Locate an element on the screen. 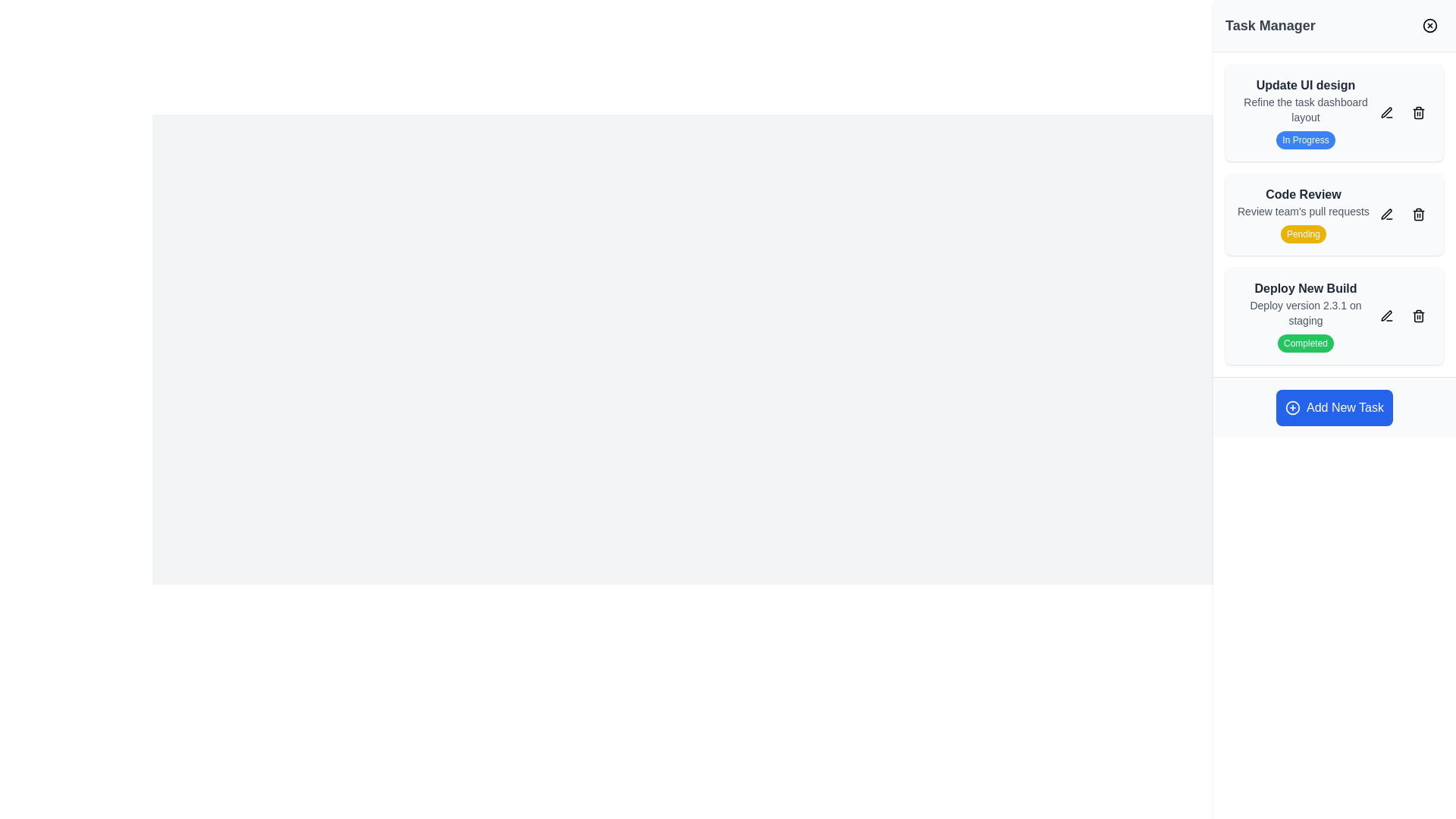 This screenshot has width=1456, height=819. the edit icon button in the 'Deploy New Build' task card on the right-side panel is located at coordinates (1386, 315).